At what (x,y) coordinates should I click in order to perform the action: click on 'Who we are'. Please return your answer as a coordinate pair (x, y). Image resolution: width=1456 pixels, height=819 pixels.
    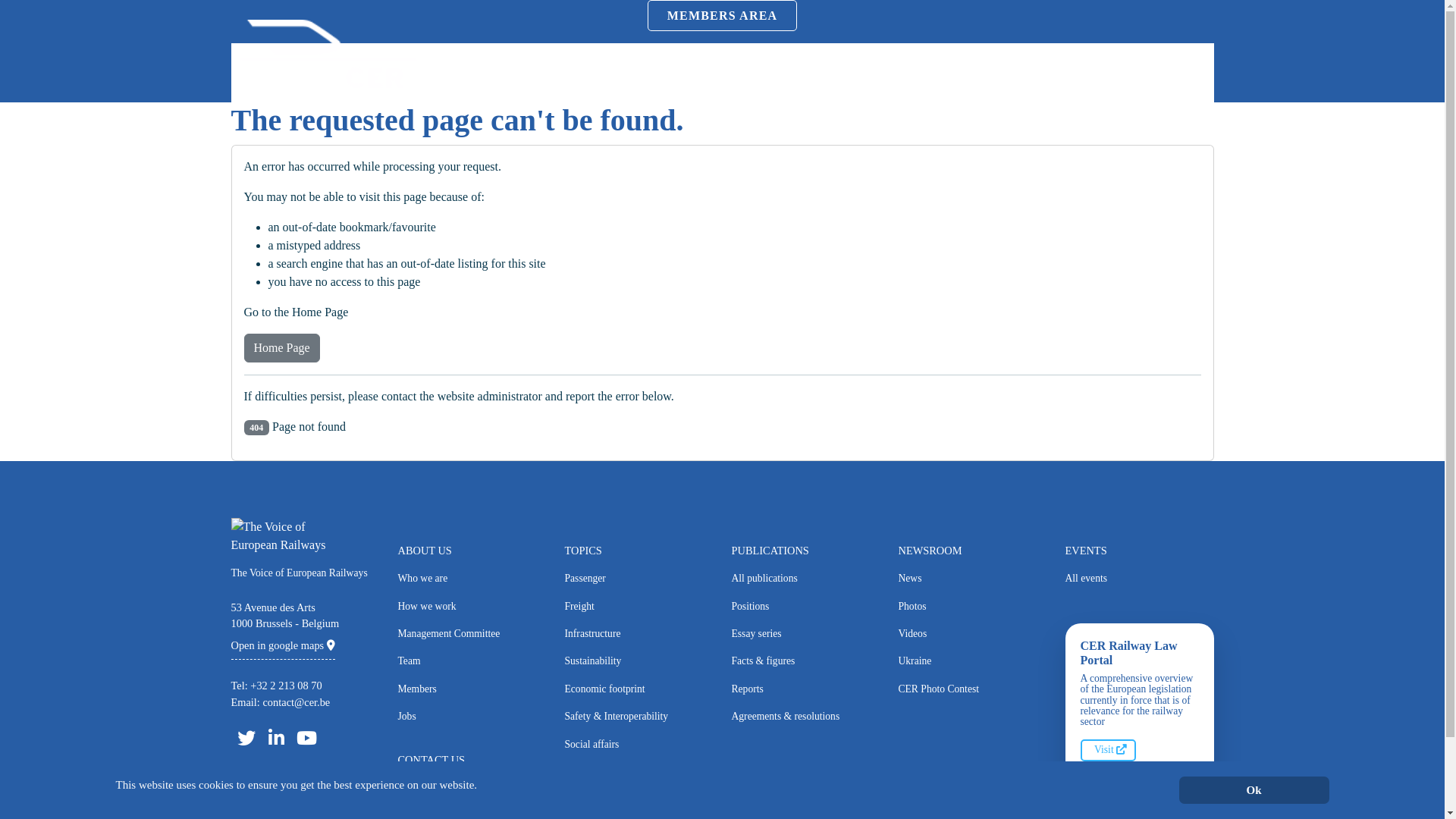
    Looking at the image, I should click on (471, 579).